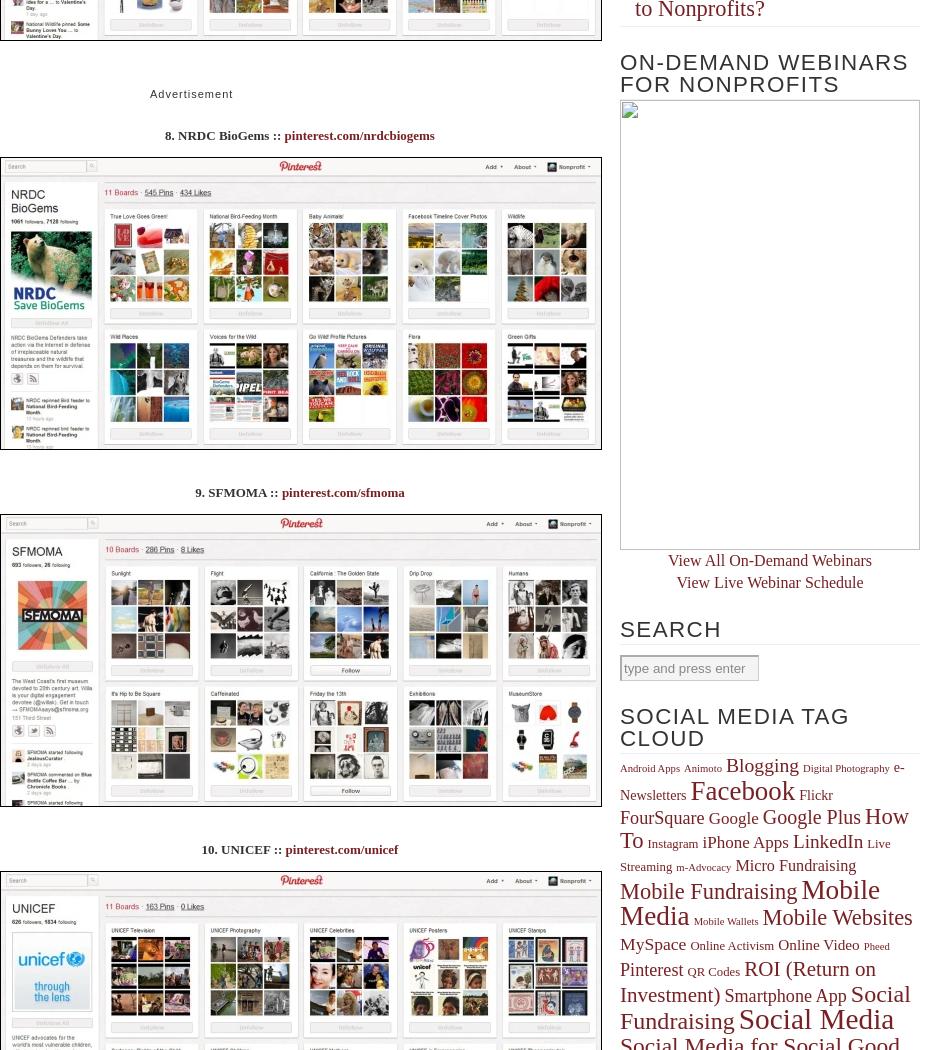  Describe the element at coordinates (763, 72) in the screenshot. I see `'On-Demand Webinars for Nonprofits'` at that location.